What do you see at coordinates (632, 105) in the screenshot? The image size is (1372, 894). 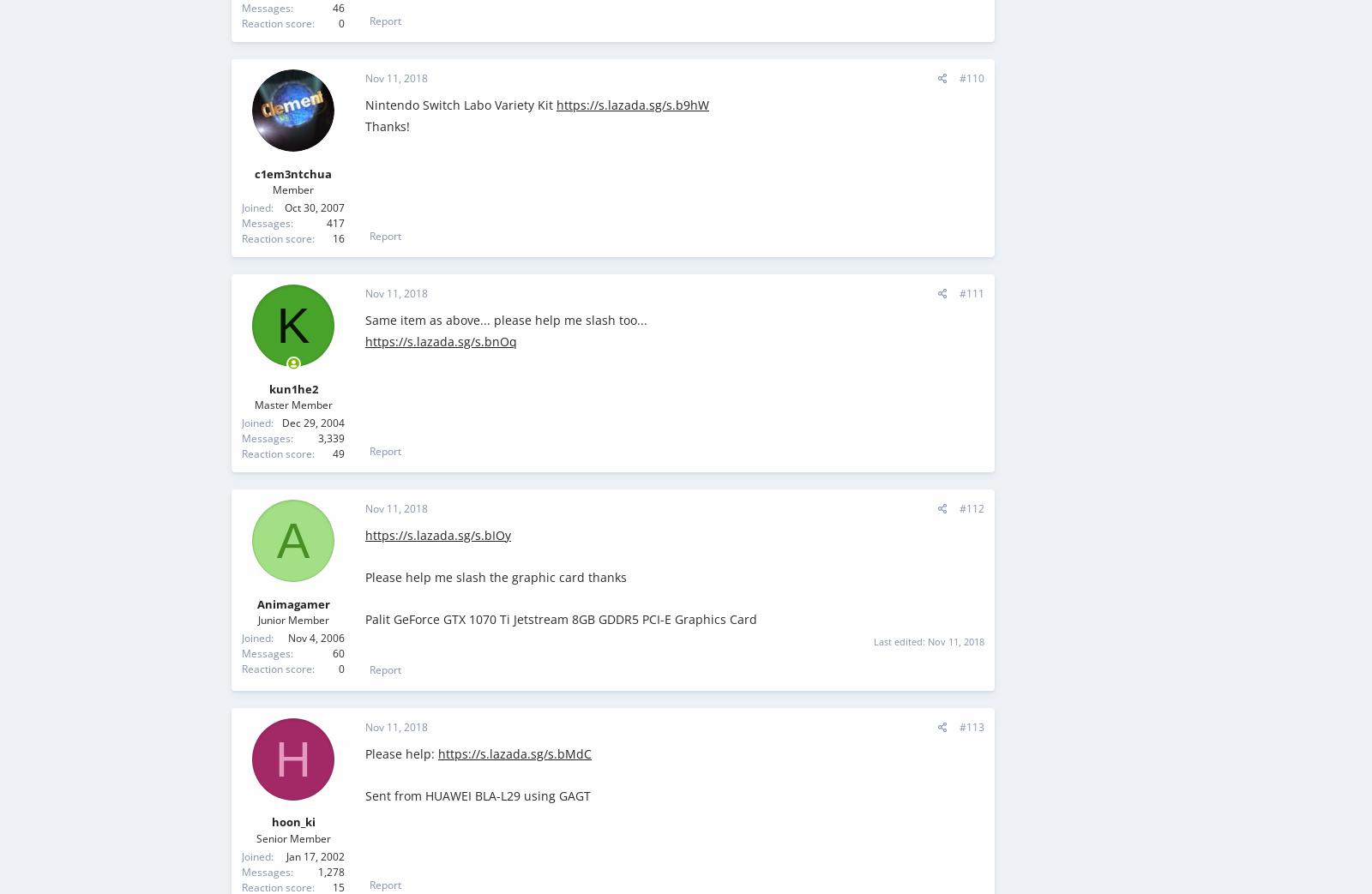 I see `'https://s.lazada.sg/s.b9hW'` at bounding box center [632, 105].